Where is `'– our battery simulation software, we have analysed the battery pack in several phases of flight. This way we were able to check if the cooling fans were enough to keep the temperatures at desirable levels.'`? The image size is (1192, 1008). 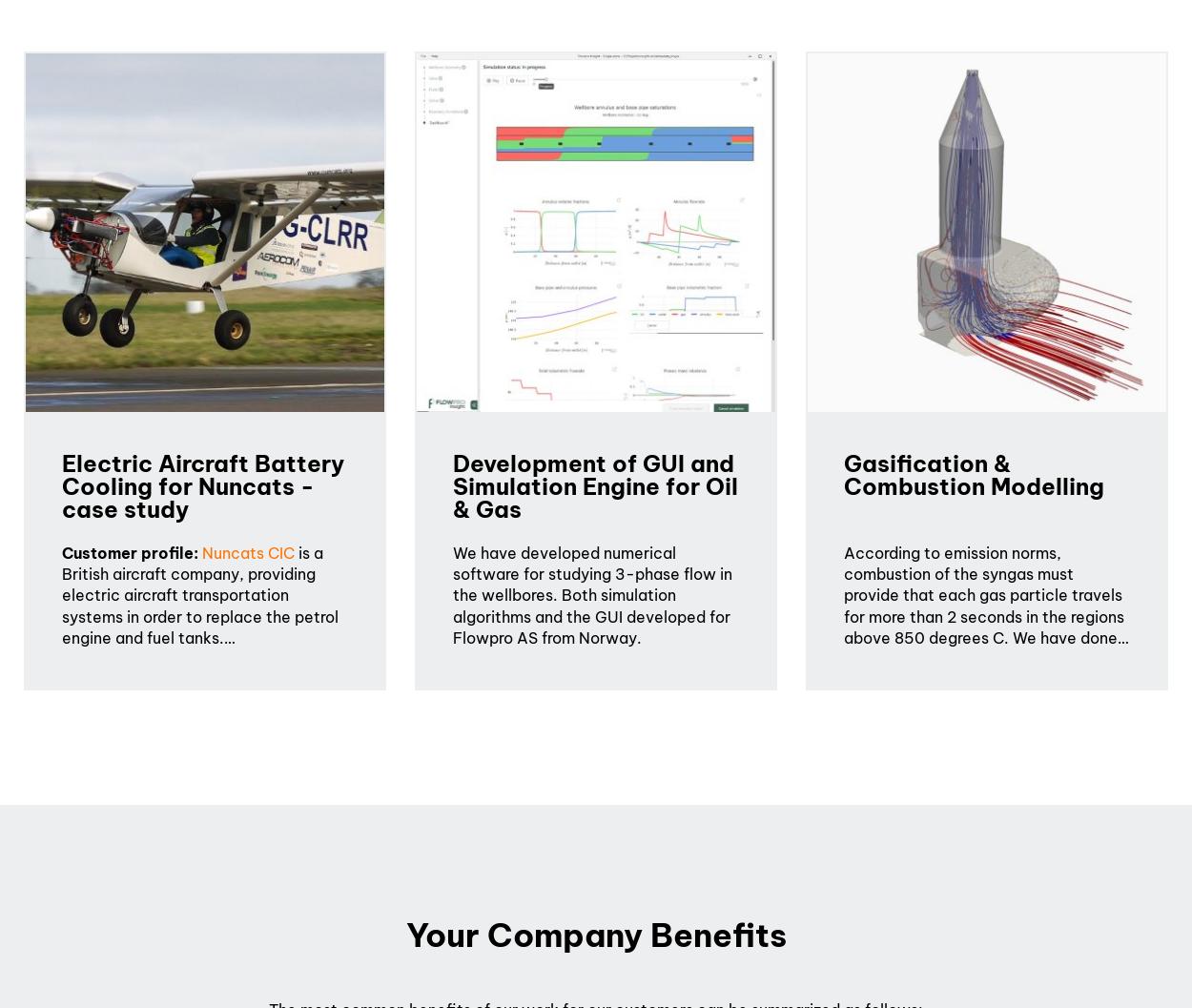 '– our battery simulation software, we have analysed the battery pack in several phases of flight. This way we were able to check if the cooling fans were enough to keep the temperatures at desirable levels.' is located at coordinates (203, 857).